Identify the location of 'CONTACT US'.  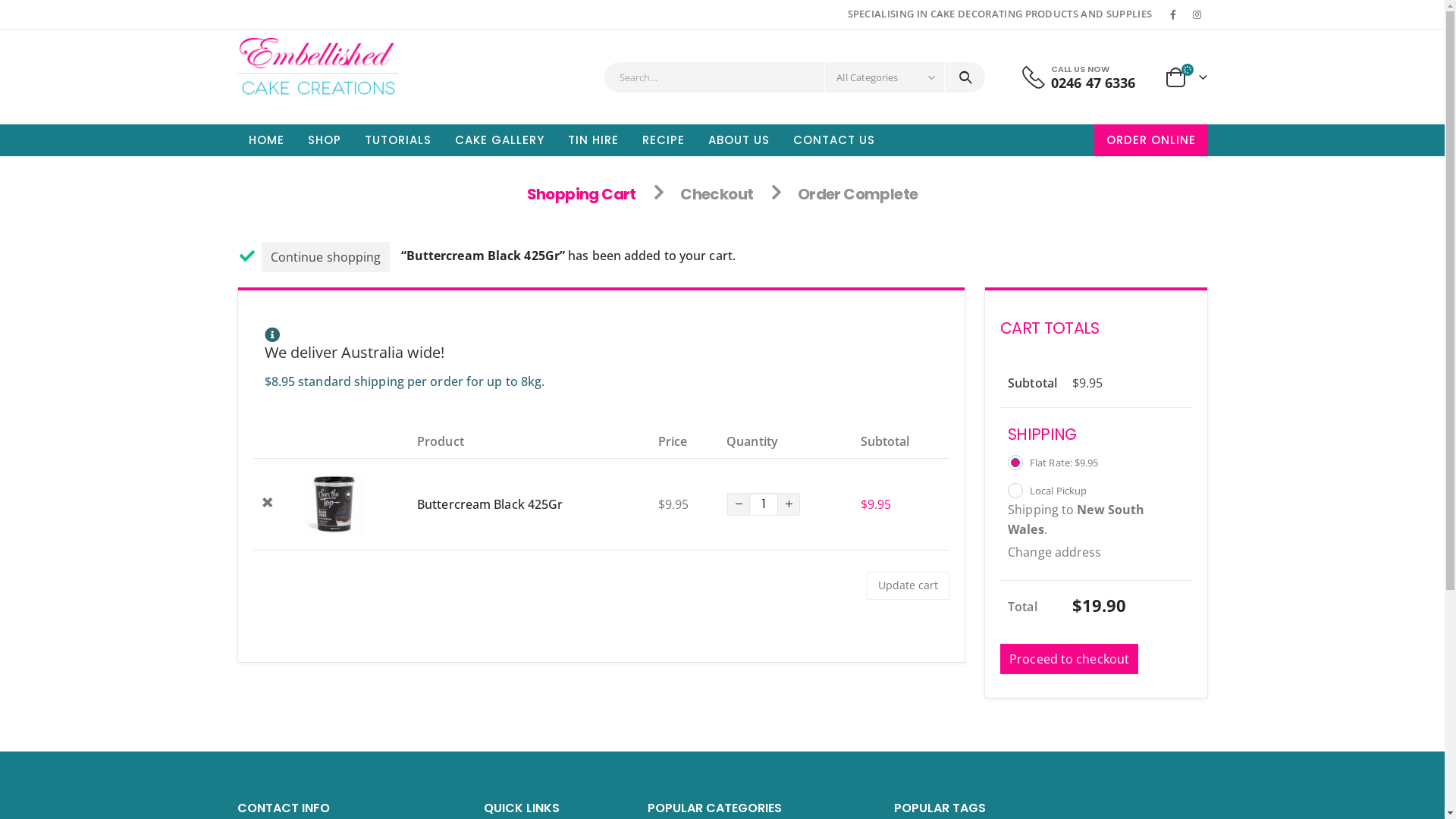
(833, 140).